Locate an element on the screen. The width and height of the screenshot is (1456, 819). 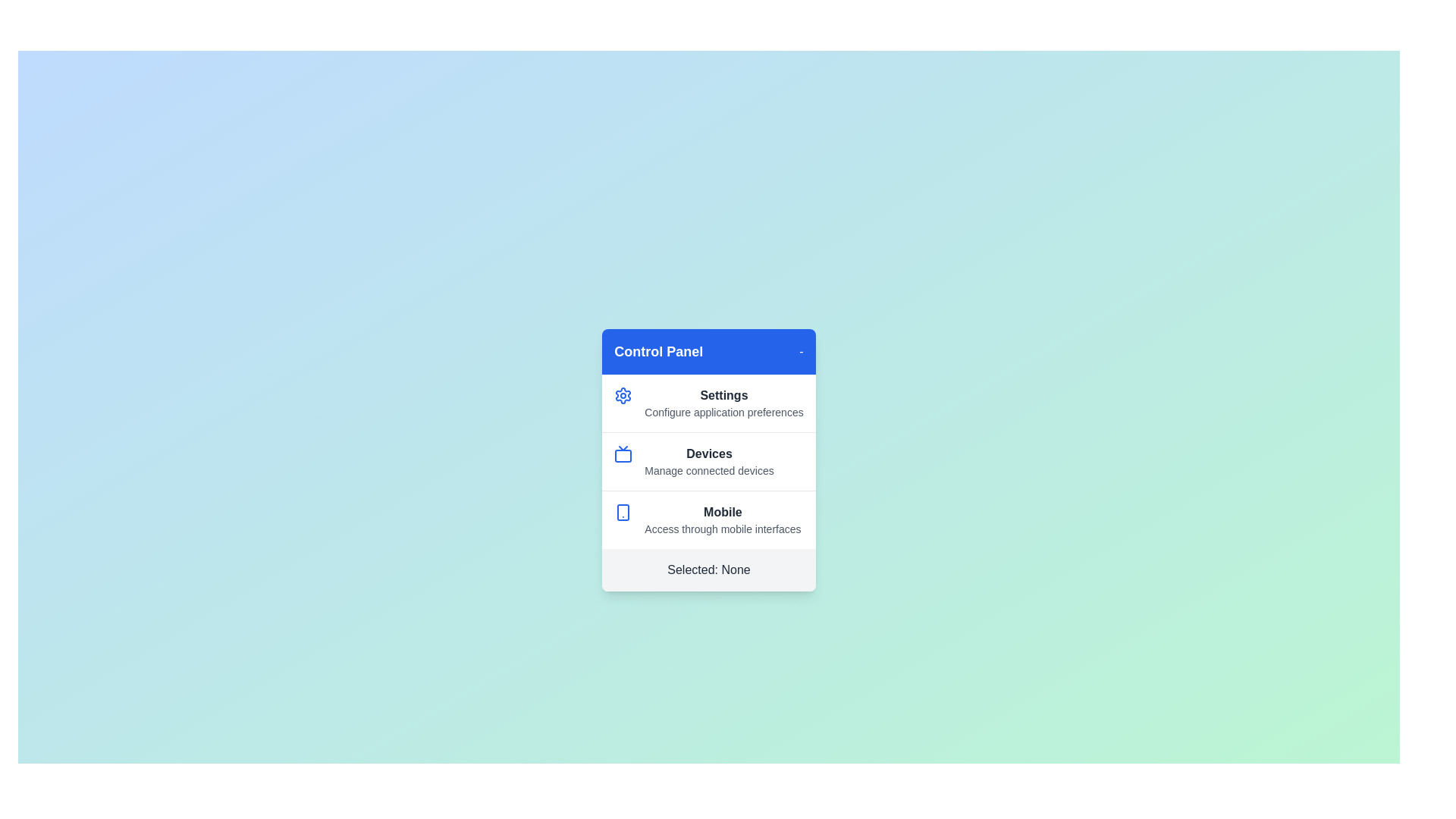
the menu item Devices by clicking on it is located at coordinates (708, 460).